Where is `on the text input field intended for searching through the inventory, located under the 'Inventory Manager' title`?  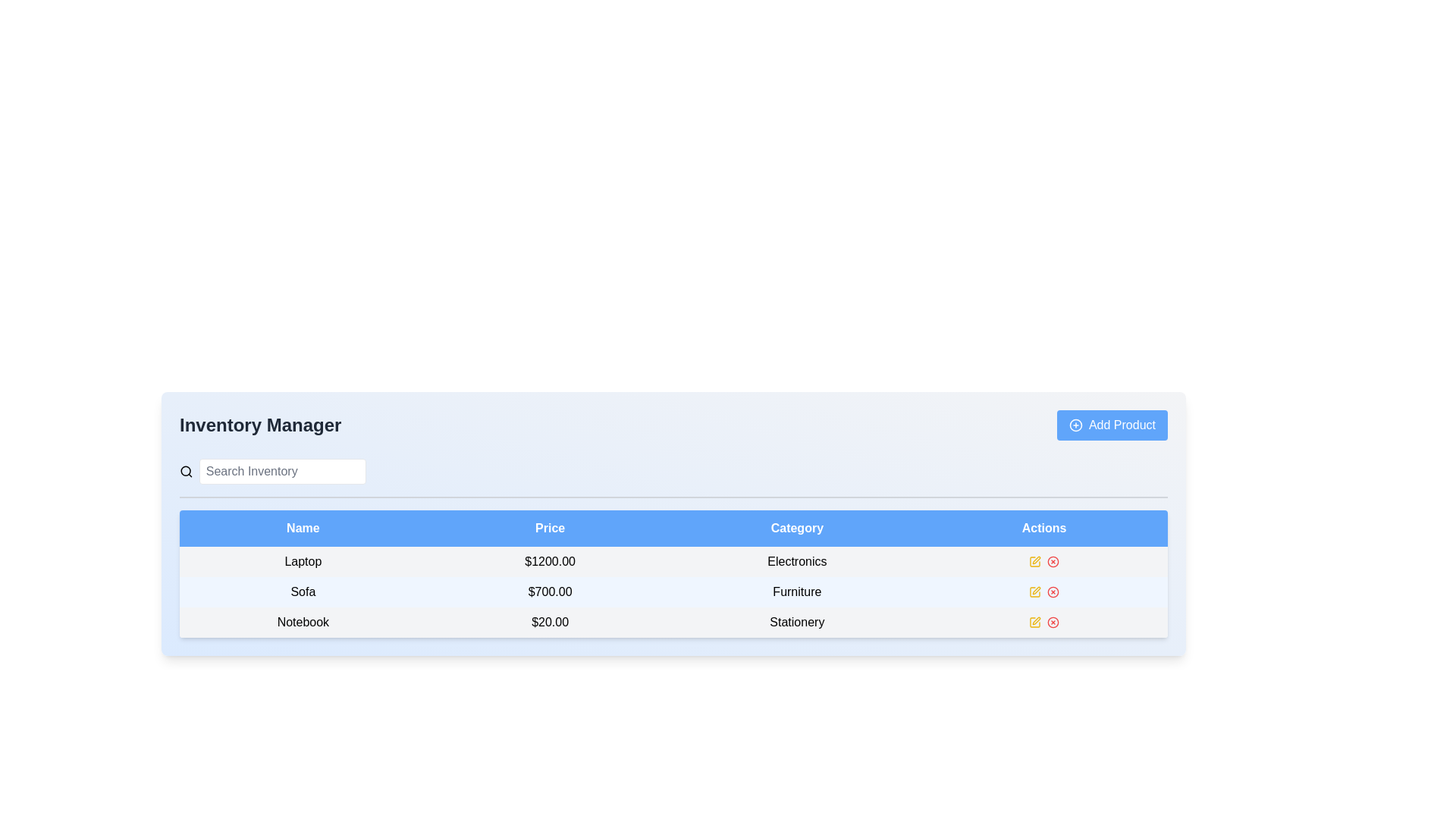
on the text input field intended for searching through the inventory, located under the 'Inventory Manager' title is located at coordinates (282, 470).